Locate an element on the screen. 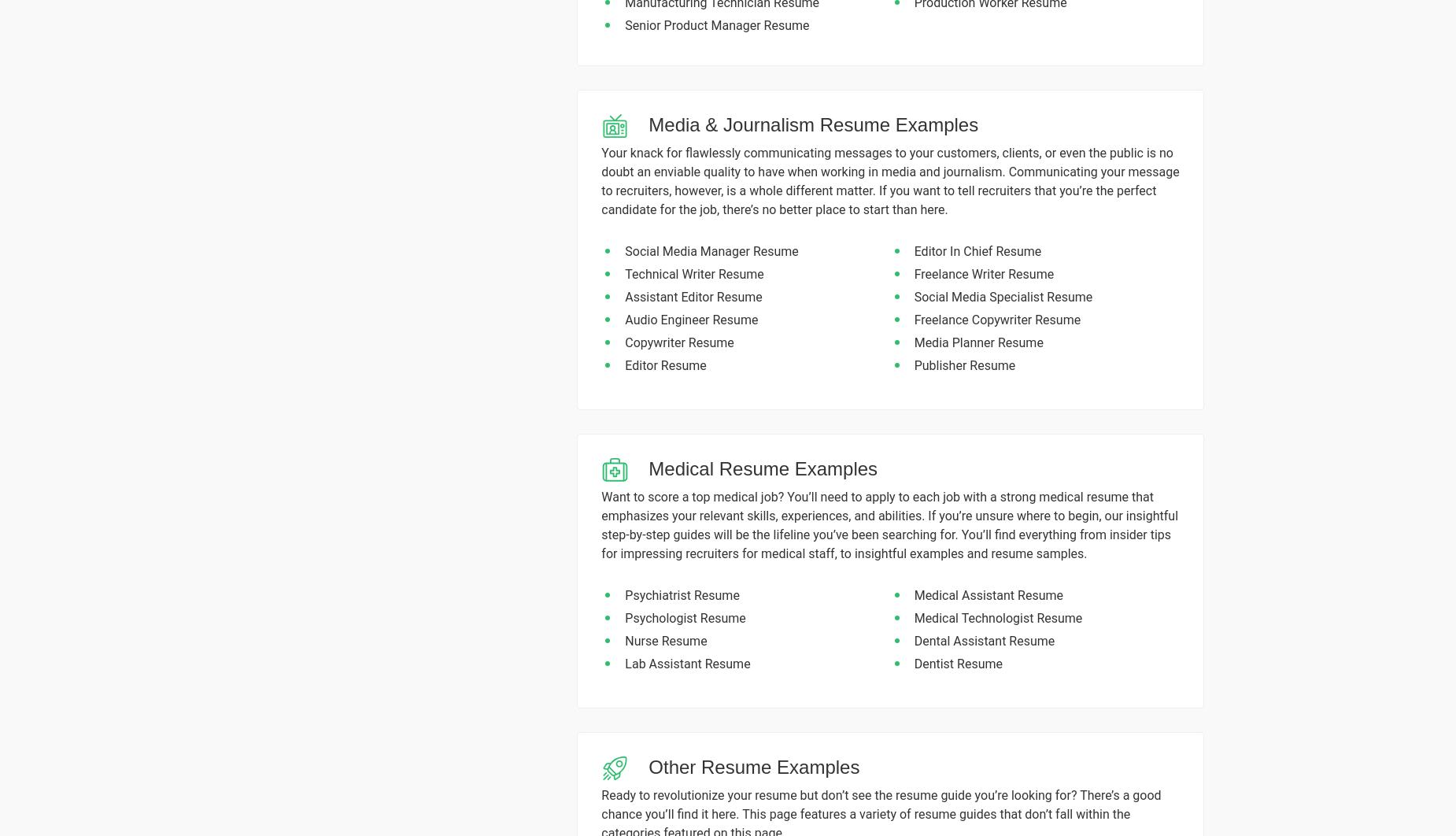 This screenshot has height=836, width=1456. 'Editor In Chief Resume' is located at coordinates (977, 250).